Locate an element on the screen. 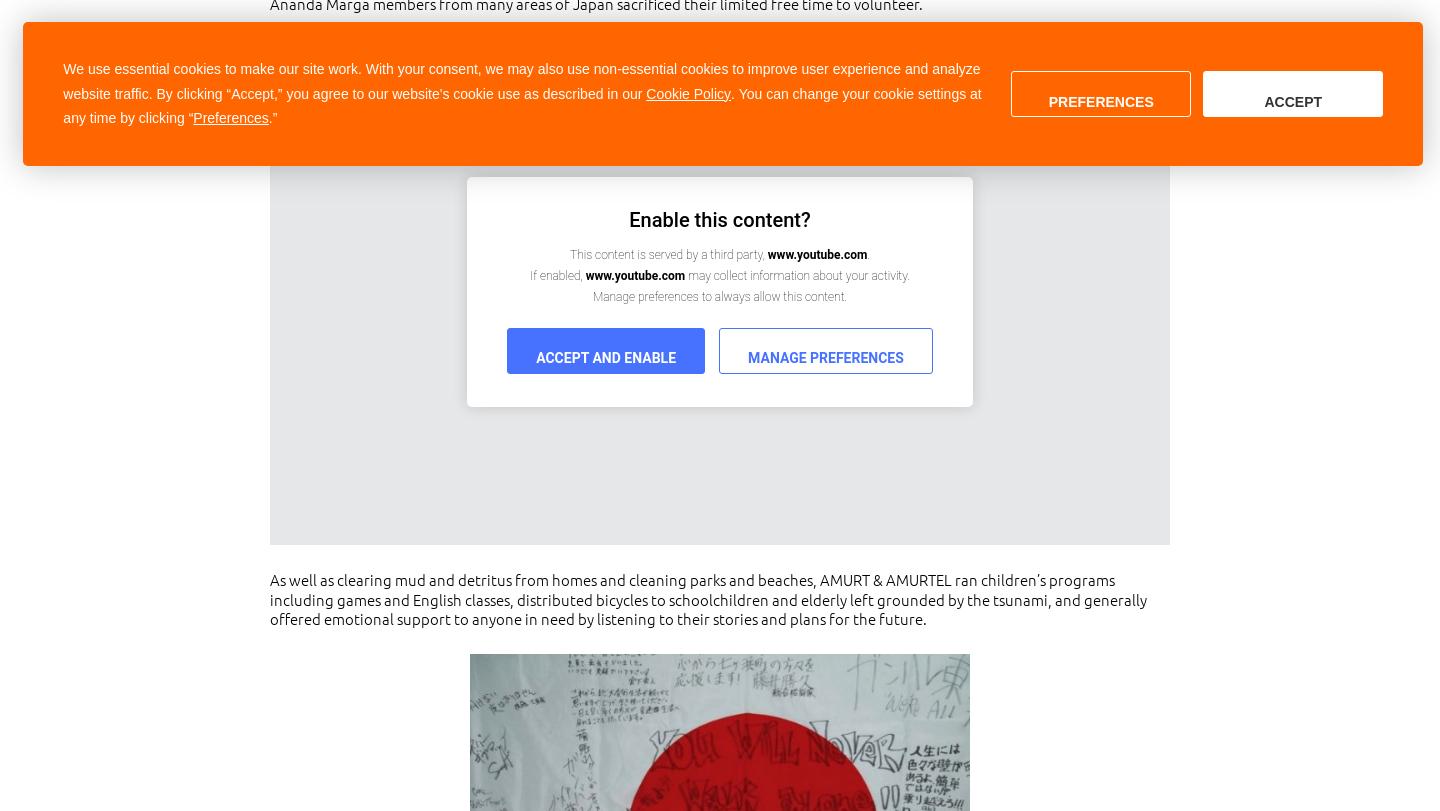 This screenshot has width=1440, height=811. 'Enable this content?' is located at coordinates (719, 220).